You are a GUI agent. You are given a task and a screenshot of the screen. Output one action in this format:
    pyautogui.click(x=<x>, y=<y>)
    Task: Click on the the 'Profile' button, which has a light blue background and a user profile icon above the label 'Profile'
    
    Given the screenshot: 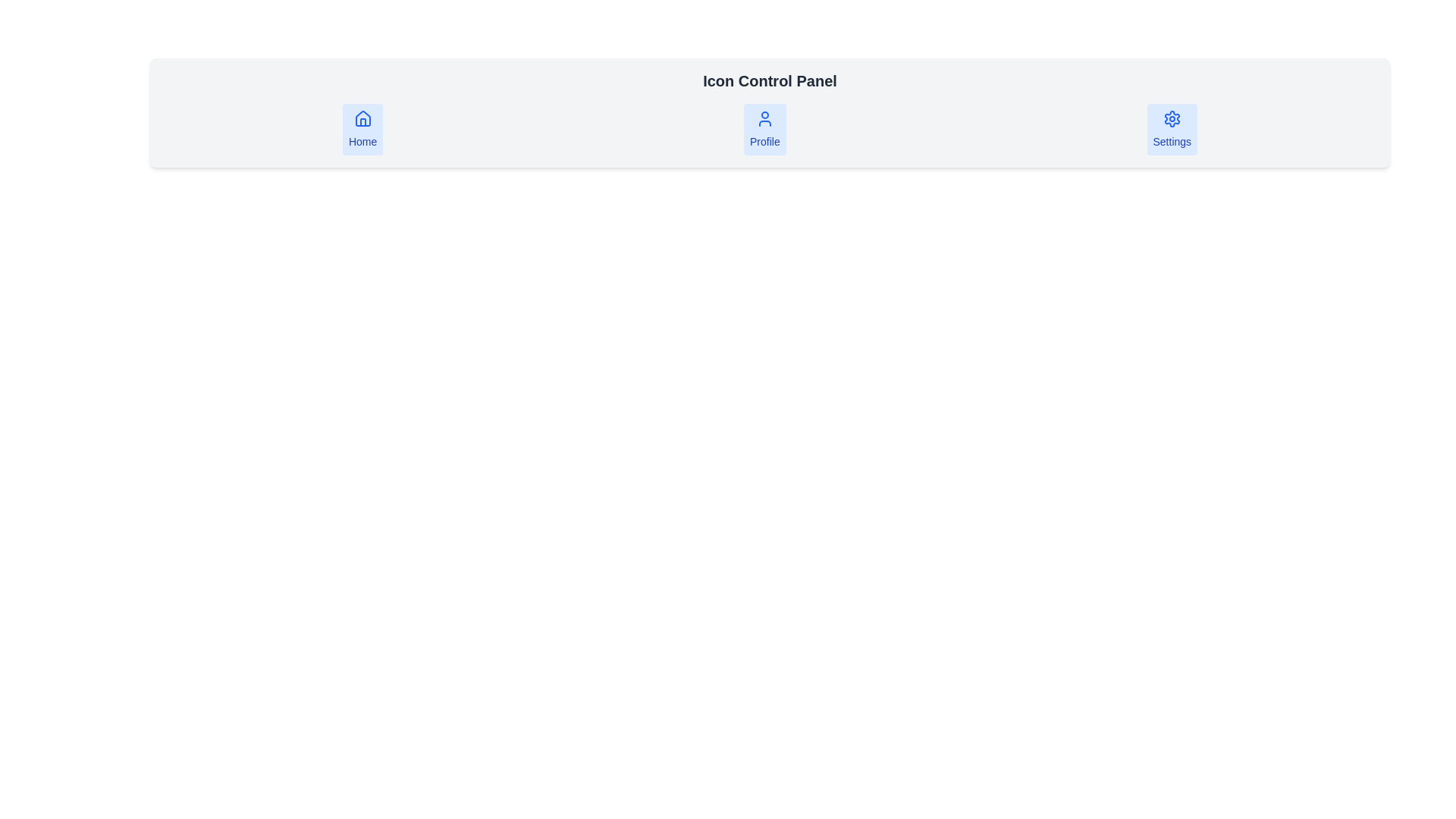 What is the action you would take?
    pyautogui.click(x=764, y=128)
    